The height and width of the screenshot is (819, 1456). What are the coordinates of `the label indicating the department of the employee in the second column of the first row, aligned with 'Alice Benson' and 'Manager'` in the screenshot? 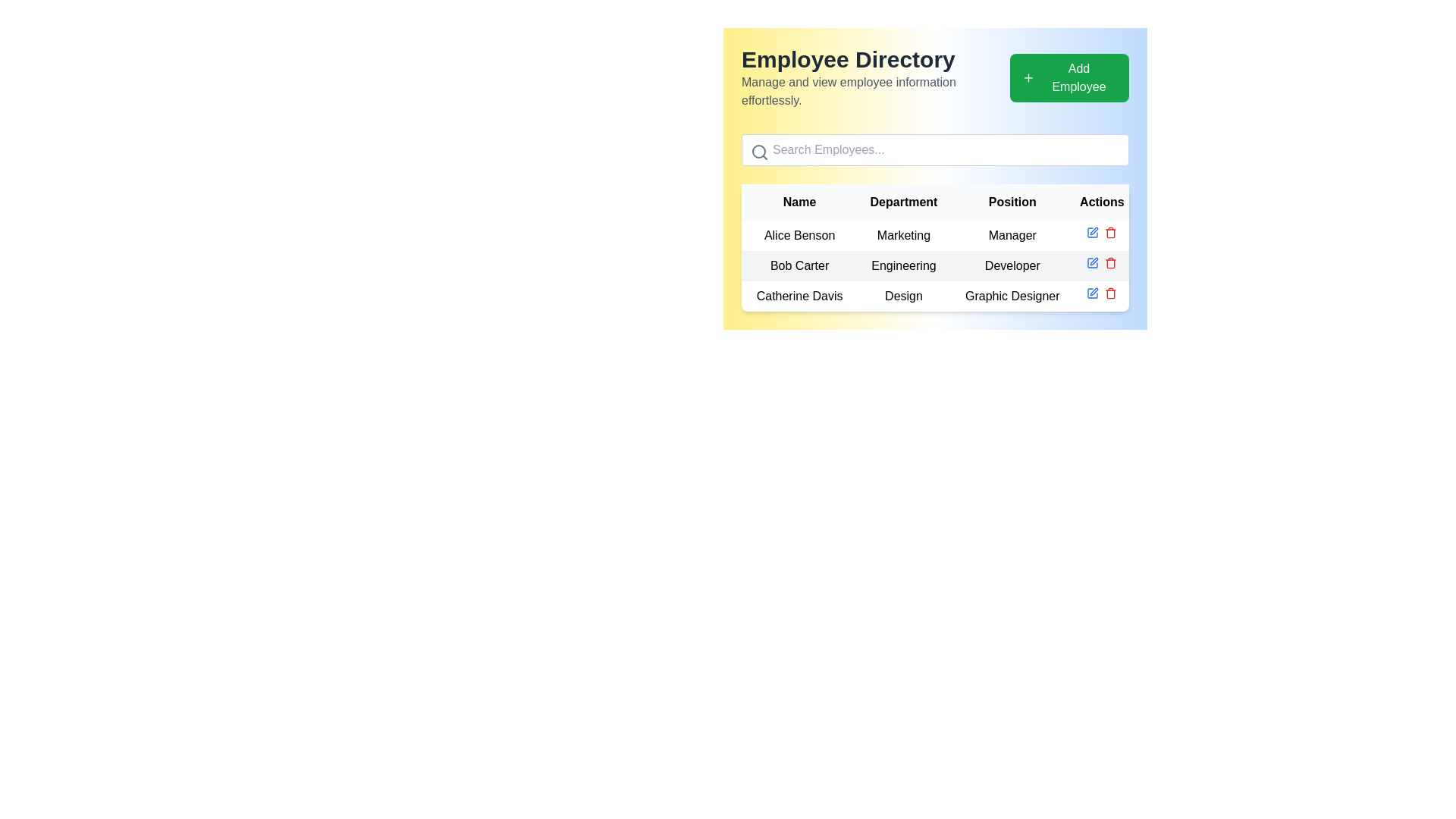 It's located at (903, 236).